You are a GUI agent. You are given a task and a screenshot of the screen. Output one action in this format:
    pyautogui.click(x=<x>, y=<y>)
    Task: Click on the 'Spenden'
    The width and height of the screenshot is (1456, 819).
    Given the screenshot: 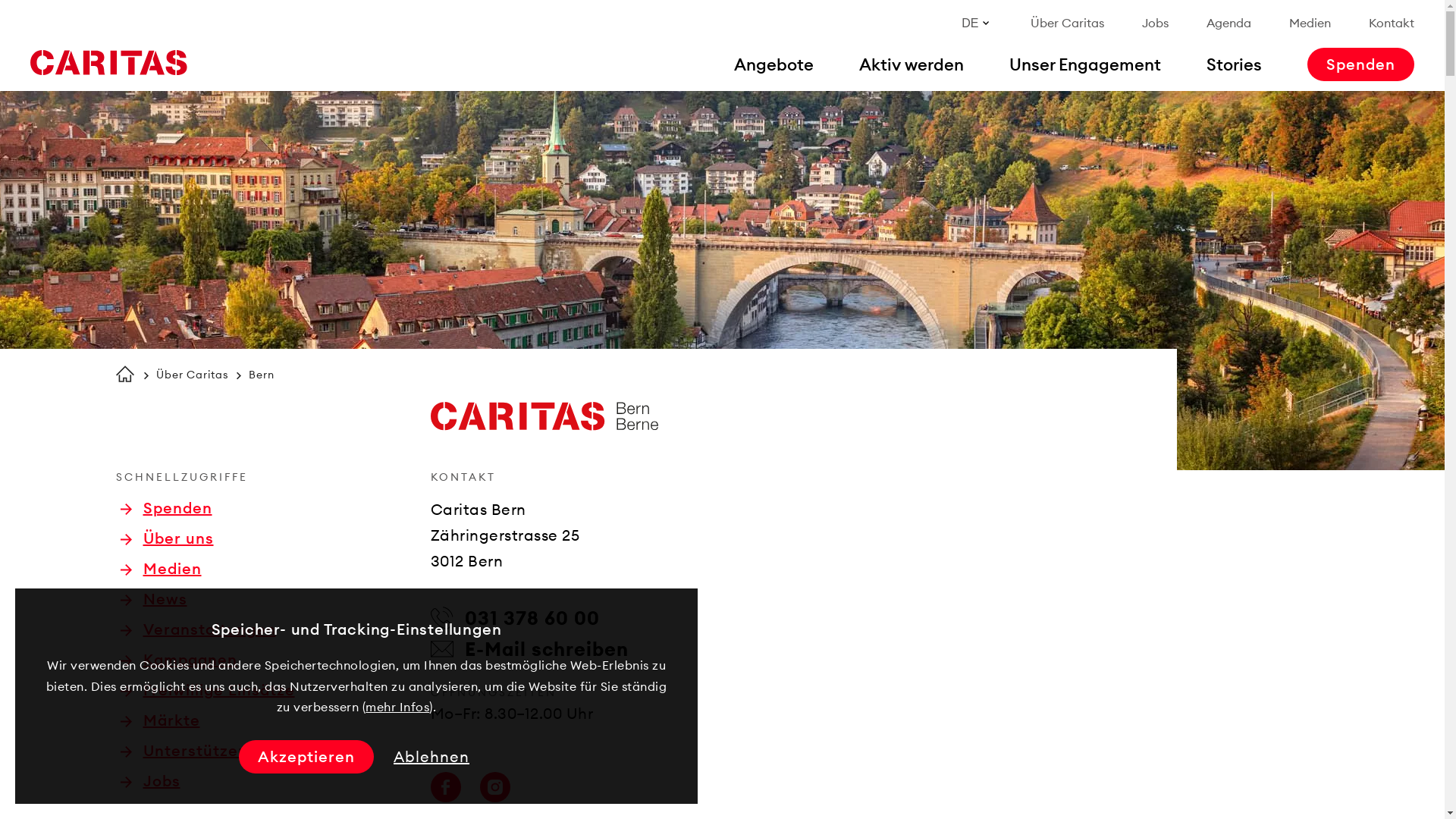 What is the action you would take?
    pyautogui.click(x=165, y=508)
    